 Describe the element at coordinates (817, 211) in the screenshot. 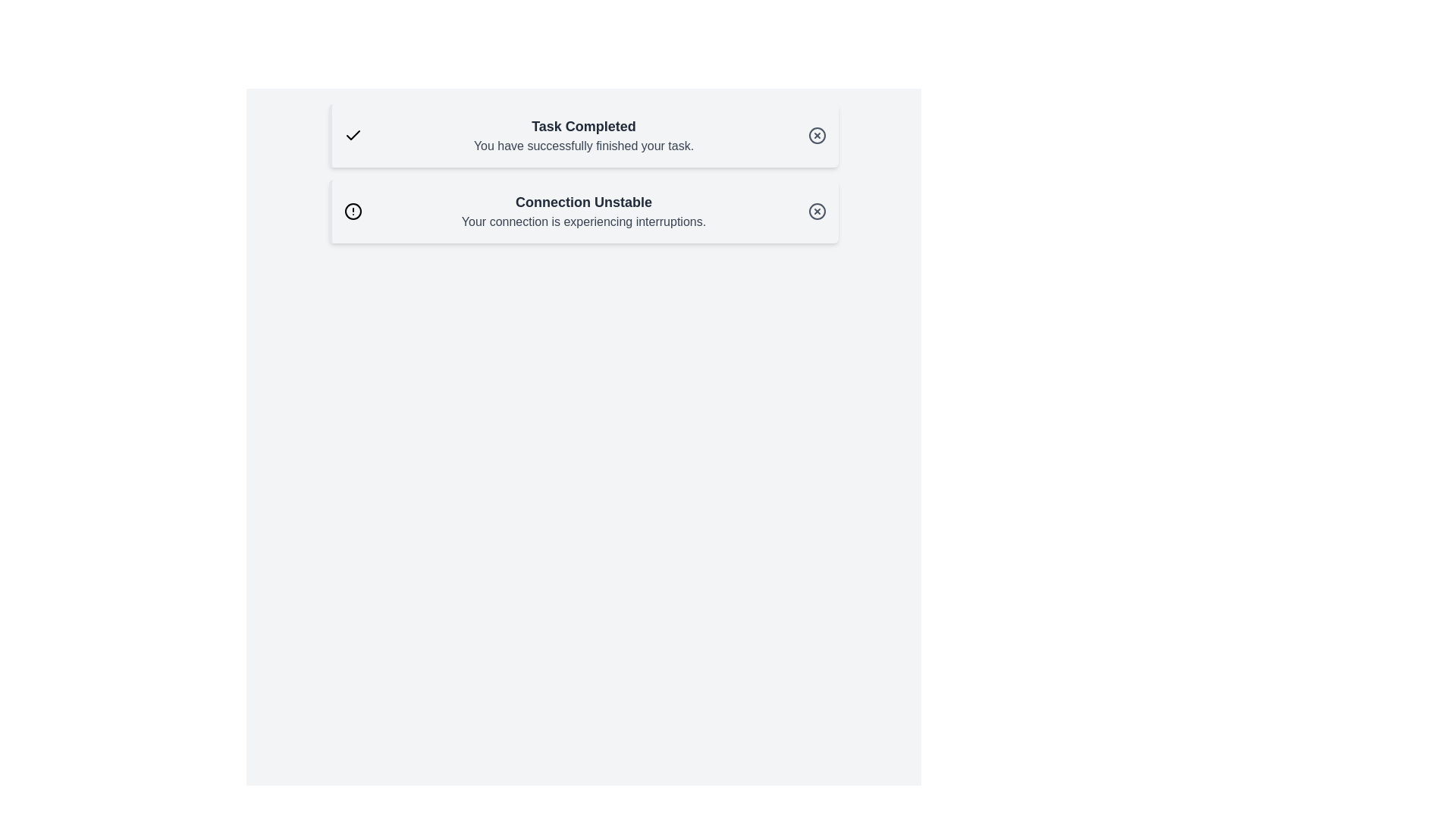

I see `the Close Icon (Circular with Cross) located at the top-right corner of the 'Connection Unstable' notification` at that location.